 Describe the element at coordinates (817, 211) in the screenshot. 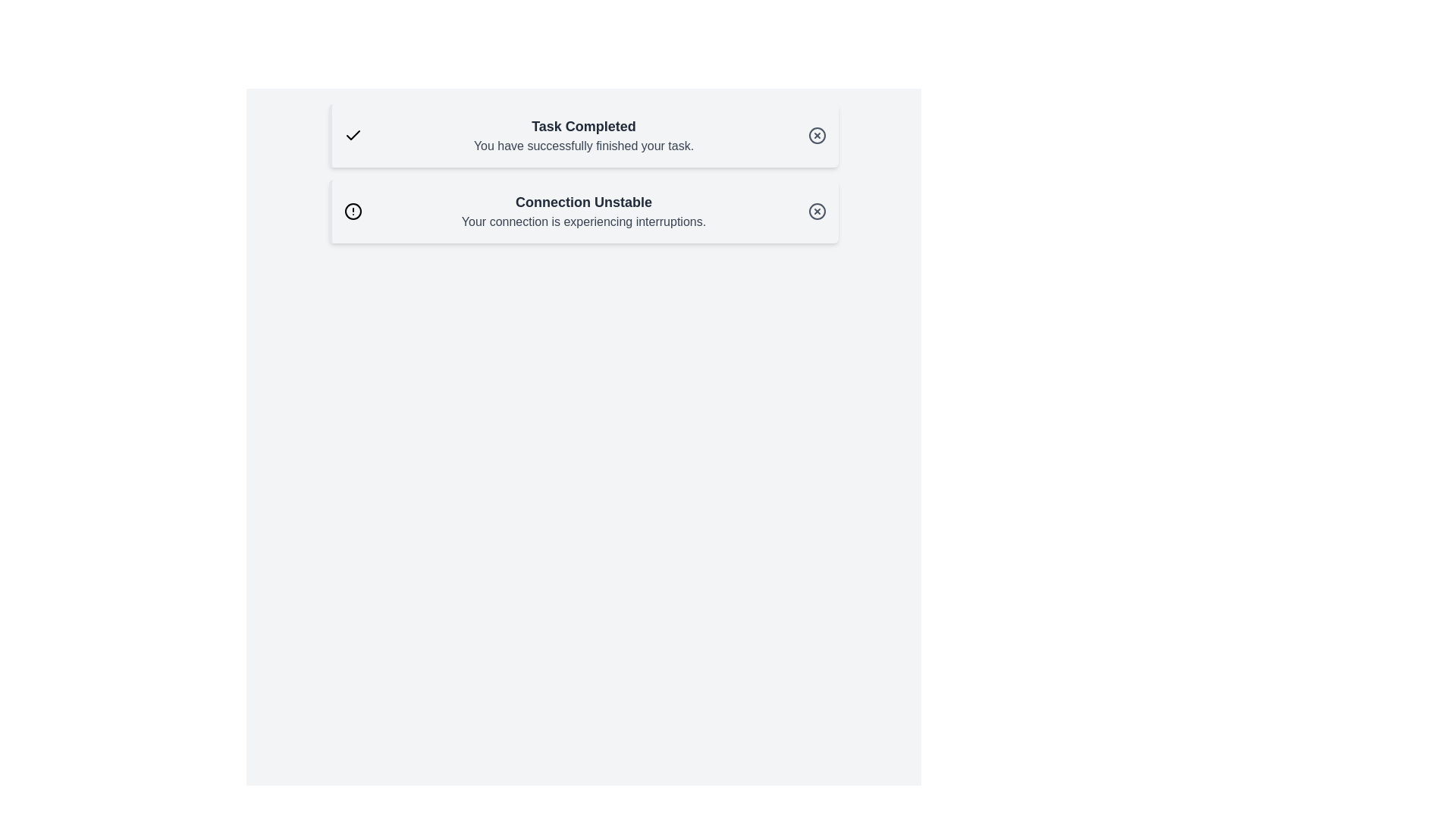

I see `the Close Icon (Circular with Cross) located at the top-right corner of the 'Connection Unstable' notification` at that location.